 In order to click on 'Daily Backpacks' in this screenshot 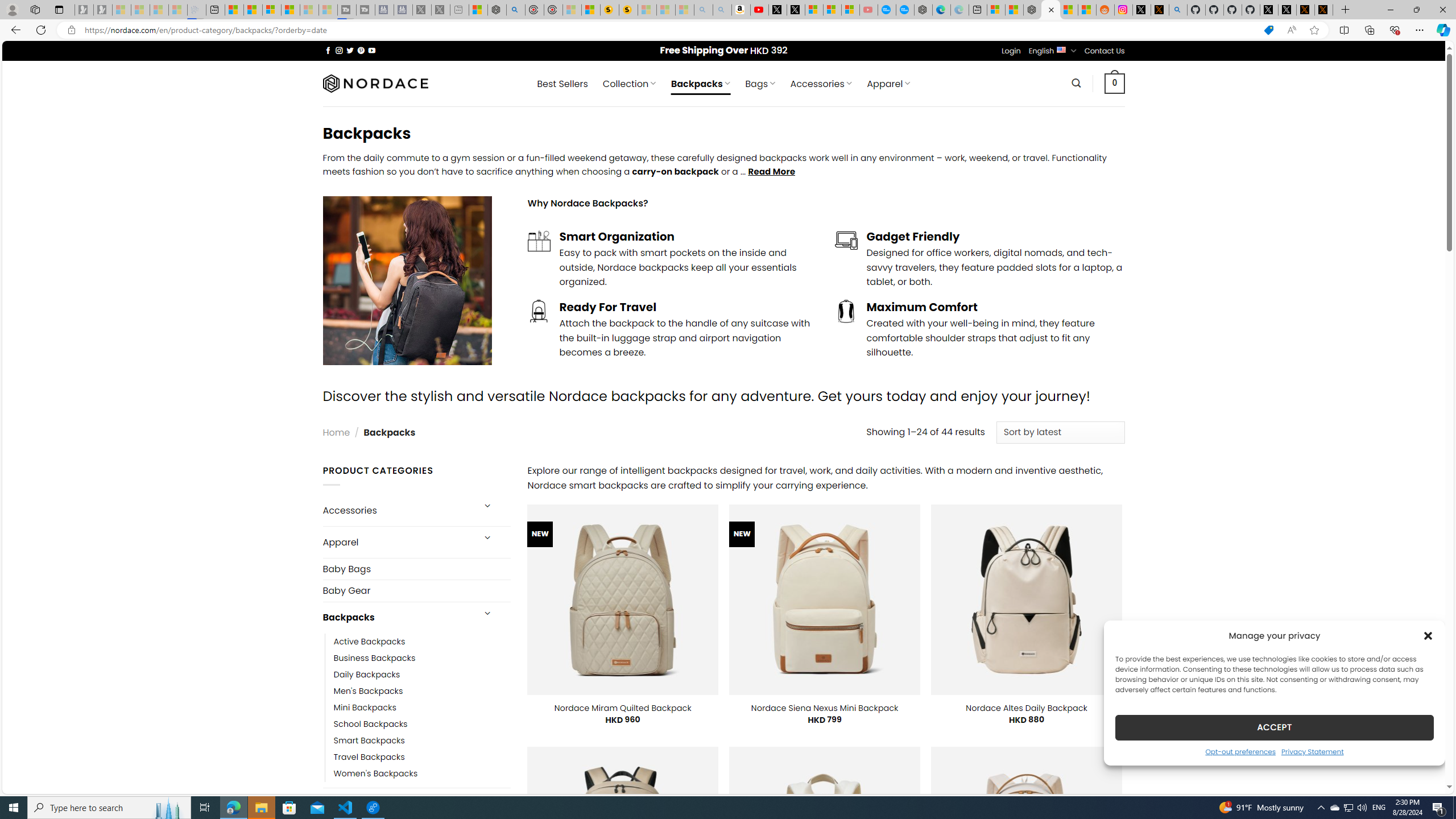, I will do `click(421, 673)`.